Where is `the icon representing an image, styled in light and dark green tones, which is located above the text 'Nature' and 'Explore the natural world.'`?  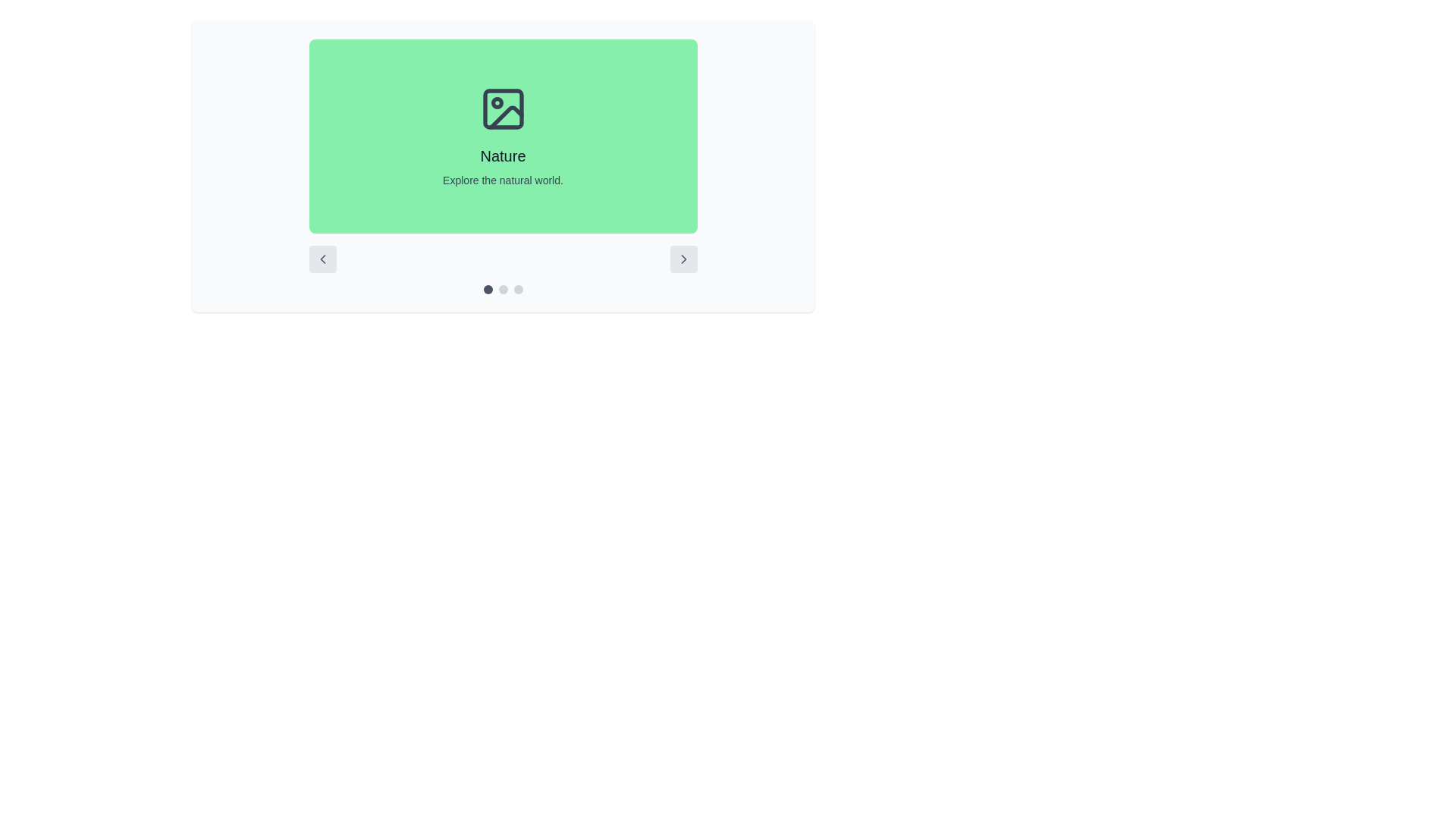 the icon representing an image, styled in light and dark green tones, which is located above the text 'Nature' and 'Explore the natural world.' is located at coordinates (503, 108).